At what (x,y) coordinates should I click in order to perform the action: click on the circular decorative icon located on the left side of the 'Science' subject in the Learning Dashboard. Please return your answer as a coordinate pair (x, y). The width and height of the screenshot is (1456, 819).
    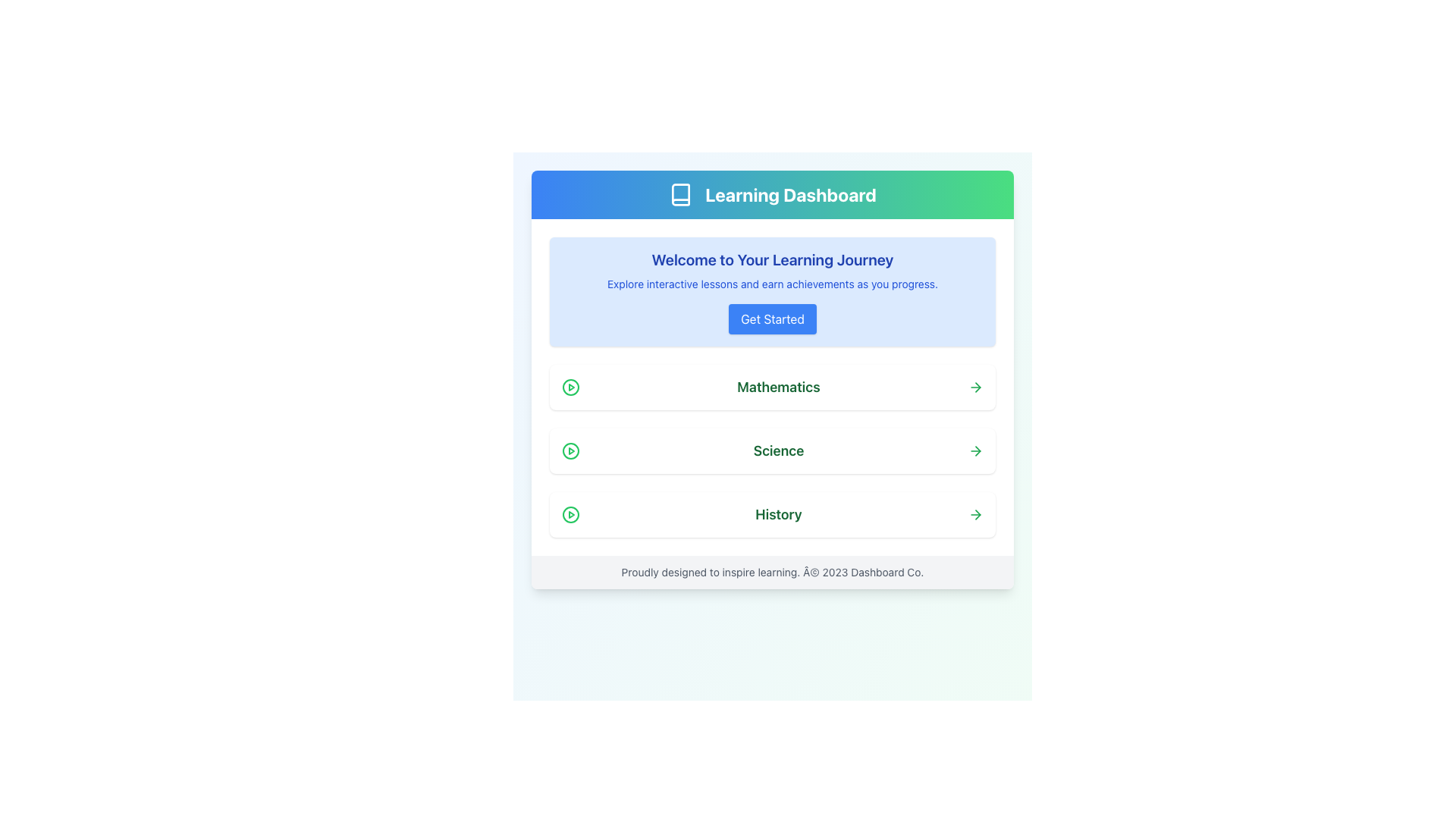
    Looking at the image, I should click on (570, 450).